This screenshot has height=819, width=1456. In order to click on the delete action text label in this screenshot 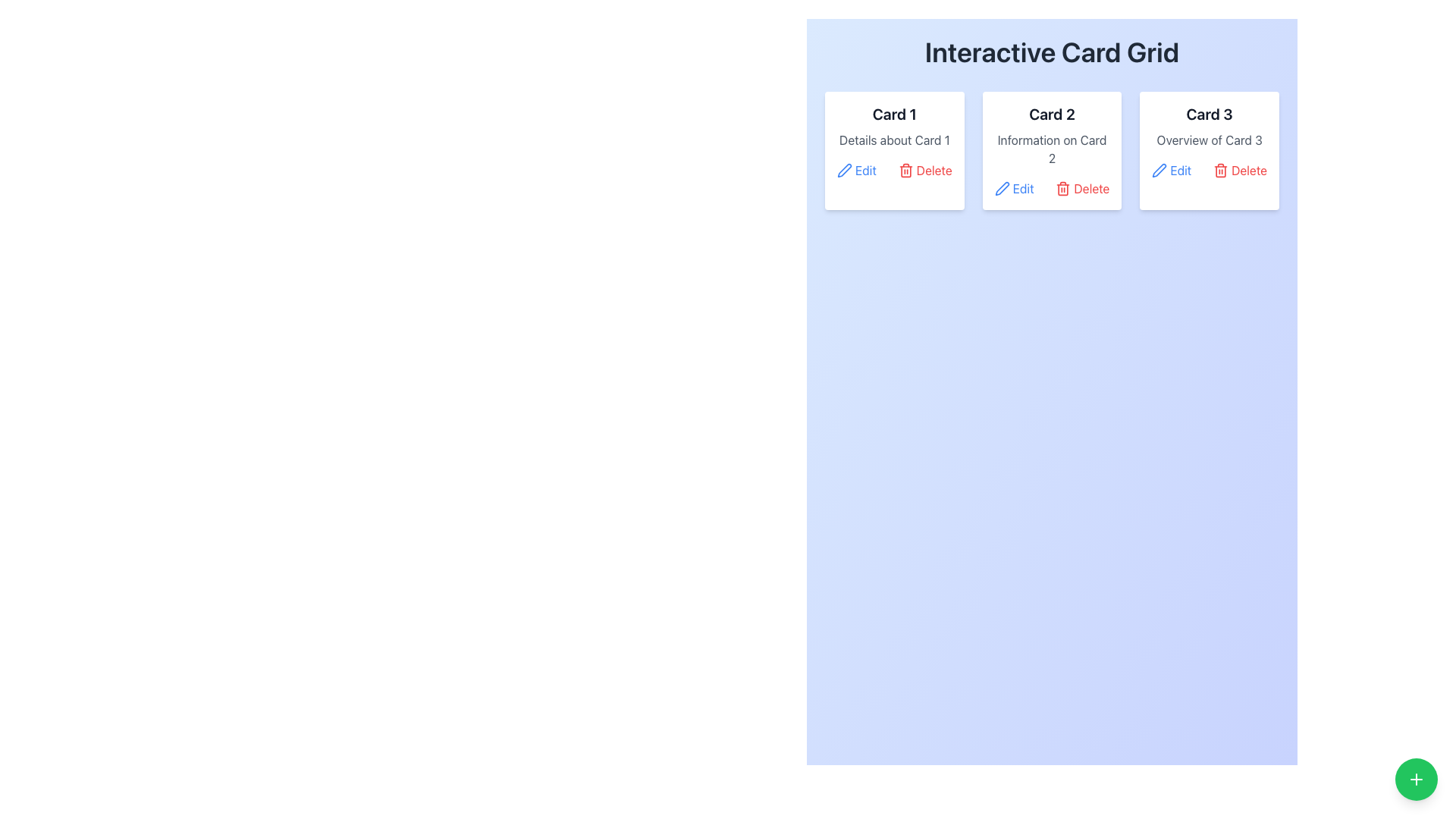, I will do `click(1090, 188)`.